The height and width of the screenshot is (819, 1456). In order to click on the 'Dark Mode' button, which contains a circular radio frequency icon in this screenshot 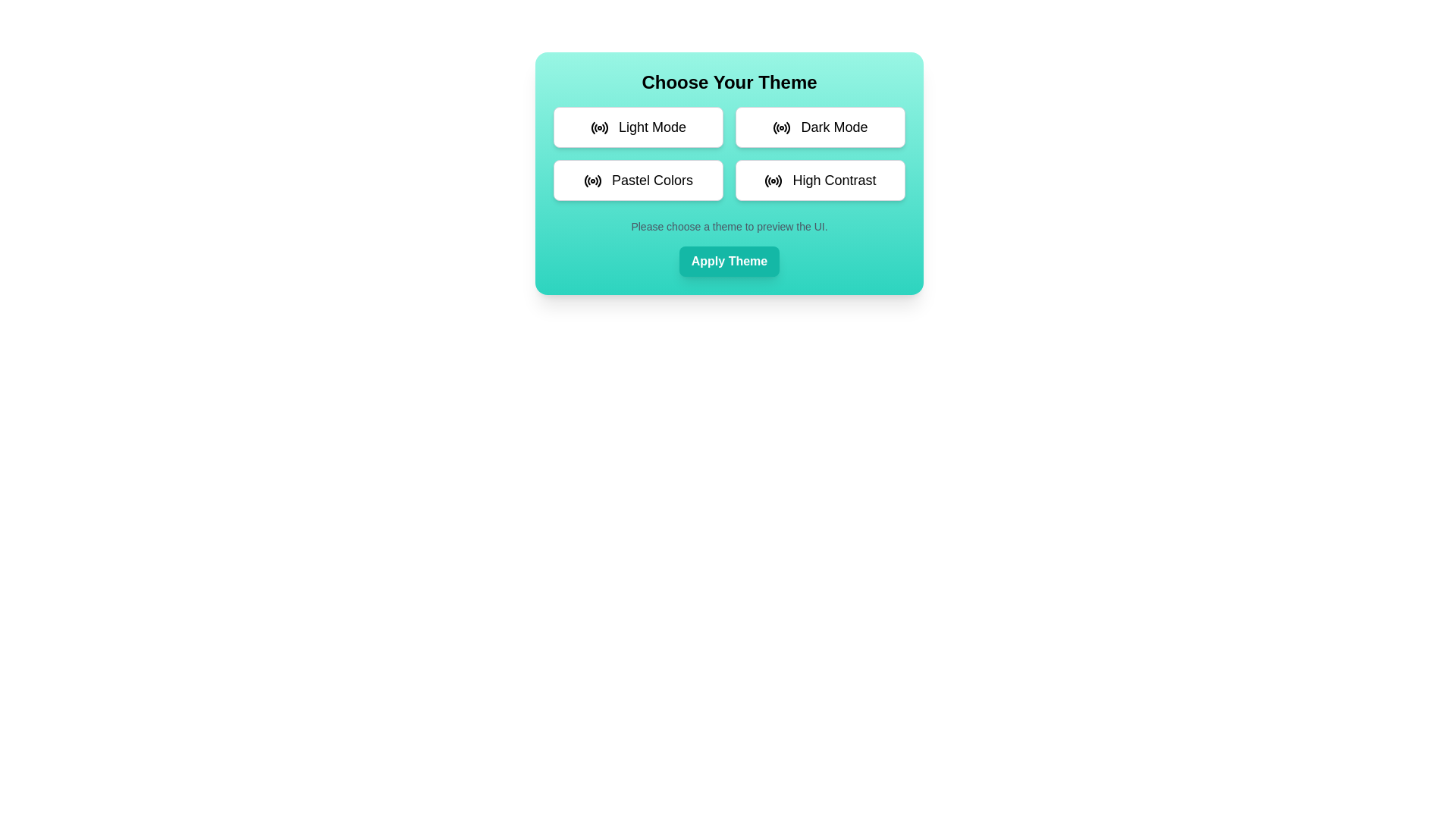, I will do `click(782, 127)`.